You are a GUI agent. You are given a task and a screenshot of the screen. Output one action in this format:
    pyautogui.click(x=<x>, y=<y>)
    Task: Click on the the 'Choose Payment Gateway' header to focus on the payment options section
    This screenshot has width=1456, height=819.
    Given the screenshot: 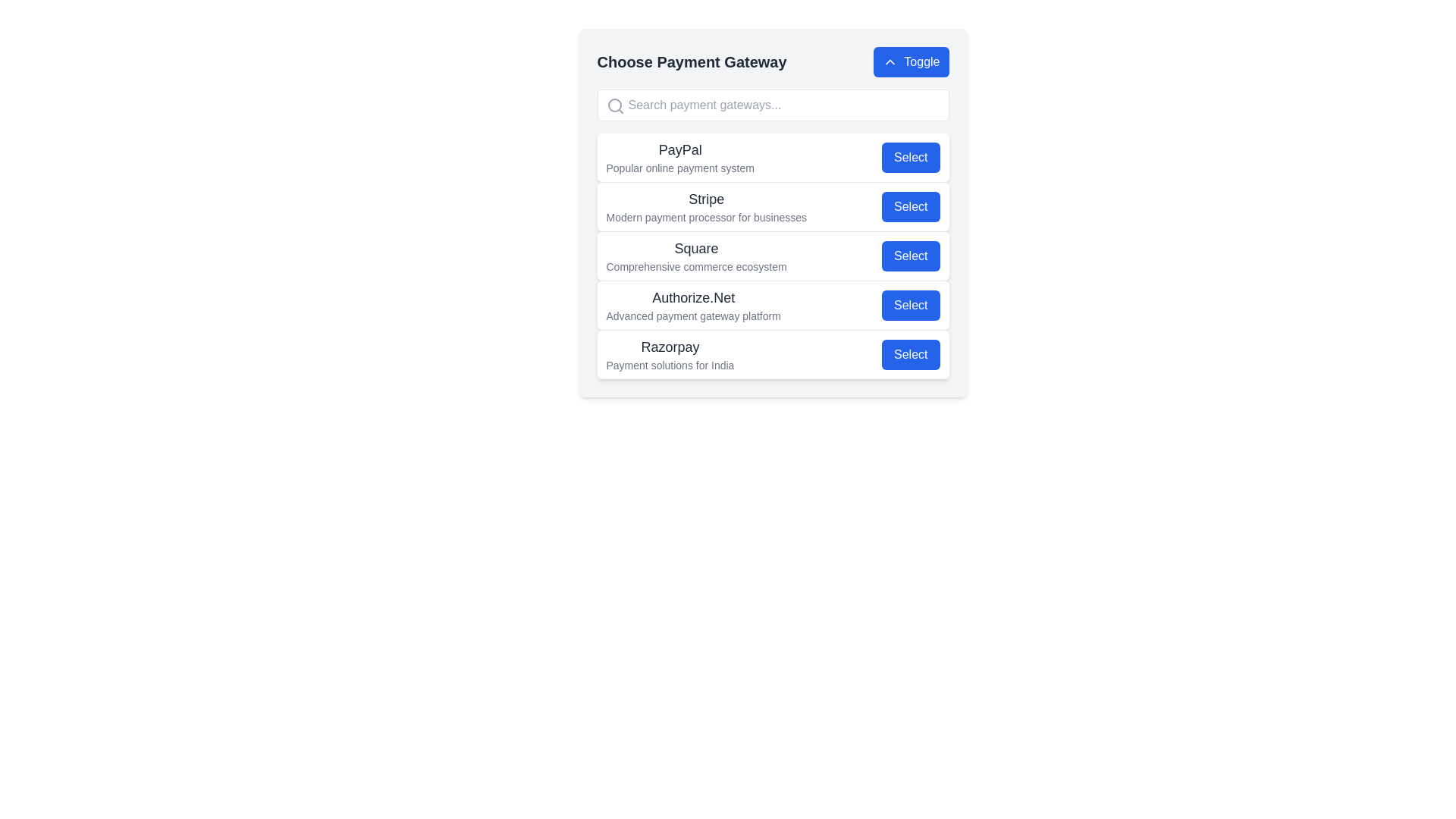 What is the action you would take?
    pyautogui.click(x=773, y=61)
    